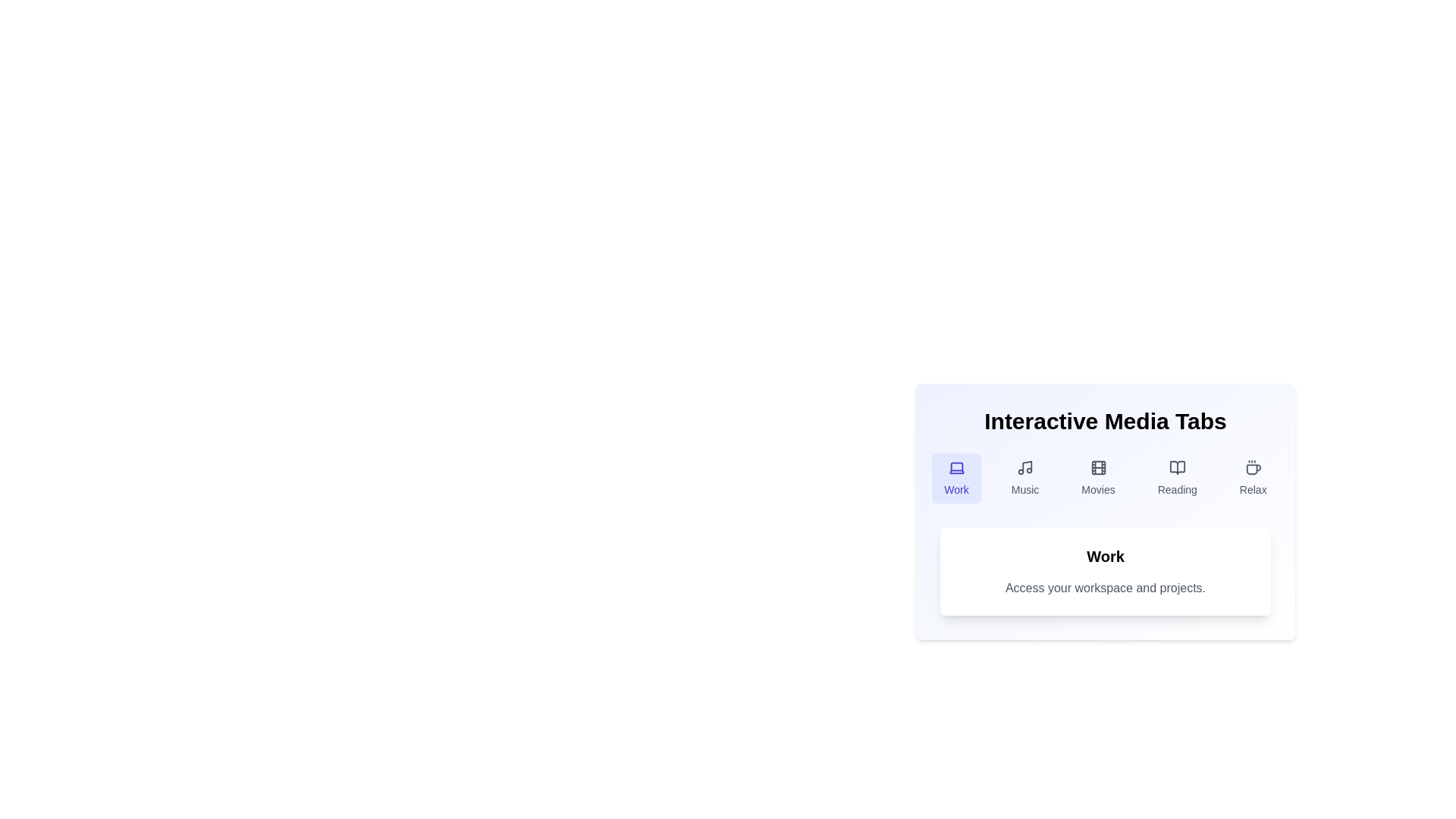 This screenshot has height=819, width=1456. Describe the element at coordinates (1098, 479) in the screenshot. I see `the tab labeled Movies to observe the hover effect` at that location.